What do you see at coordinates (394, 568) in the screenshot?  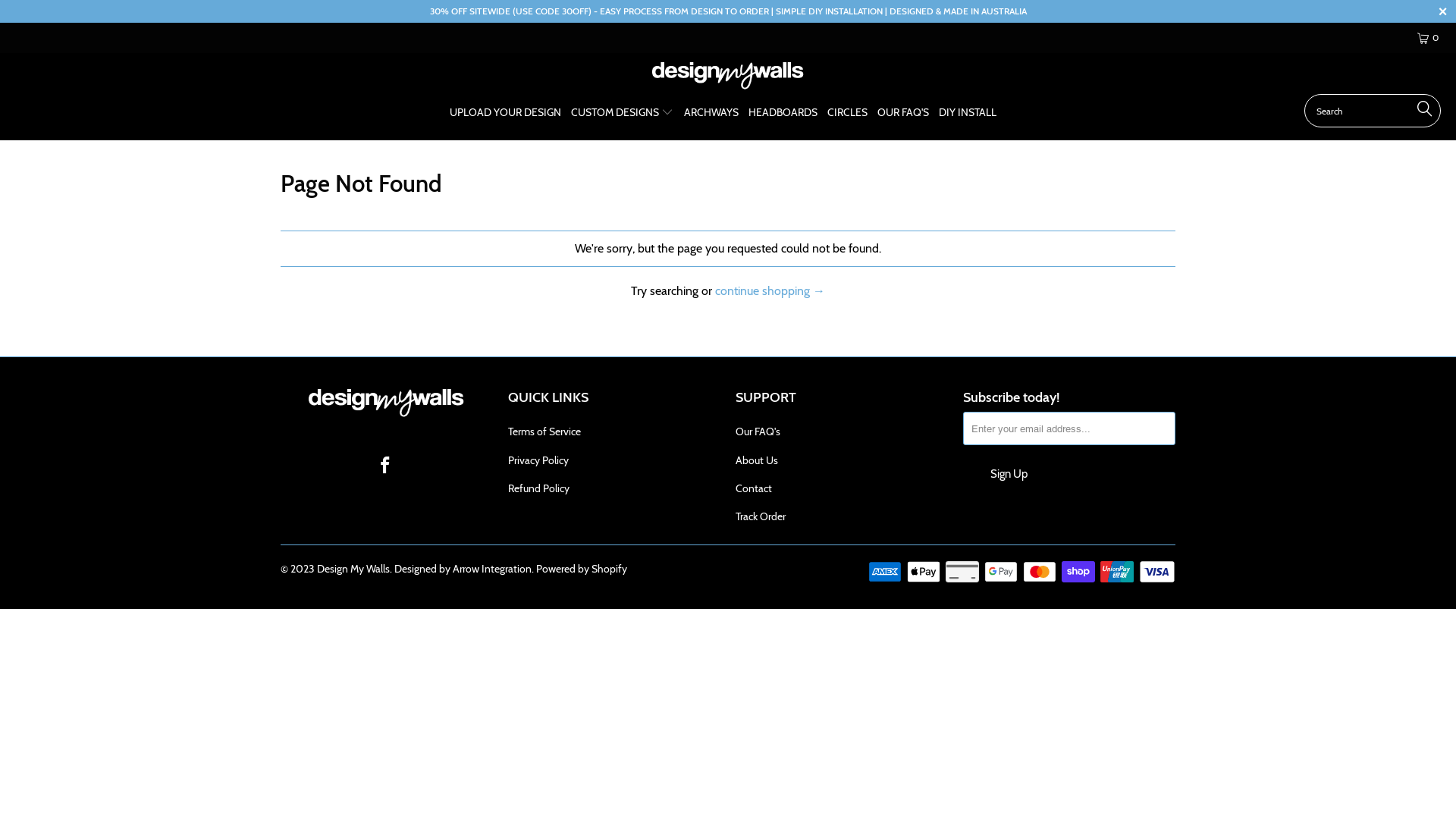 I see `'Designed by Arrow Integration'` at bounding box center [394, 568].